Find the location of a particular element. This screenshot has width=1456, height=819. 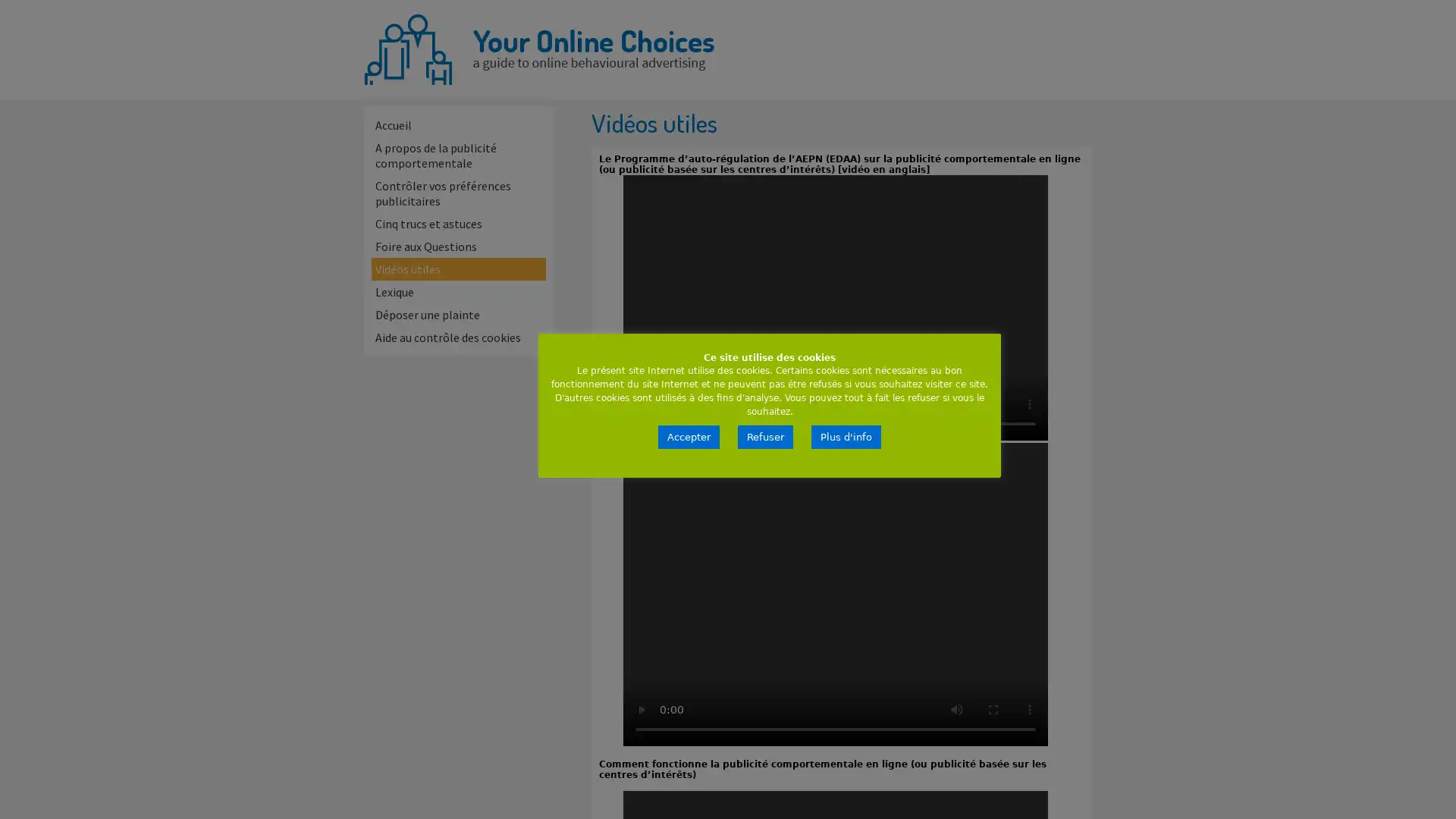

enter full screen is located at coordinates (993, 403).